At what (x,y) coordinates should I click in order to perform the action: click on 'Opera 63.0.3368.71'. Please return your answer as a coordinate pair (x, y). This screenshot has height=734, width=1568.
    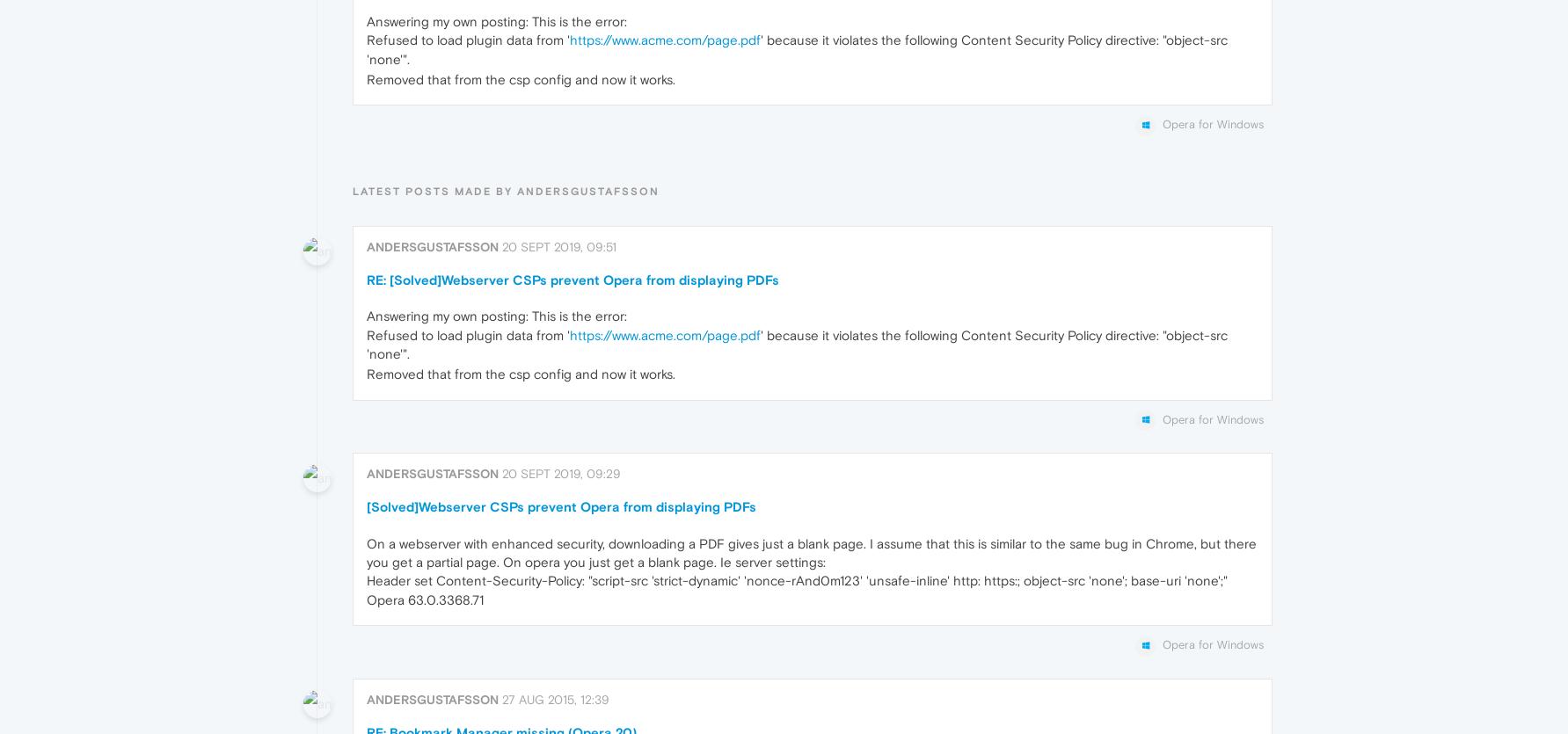
    Looking at the image, I should click on (365, 599).